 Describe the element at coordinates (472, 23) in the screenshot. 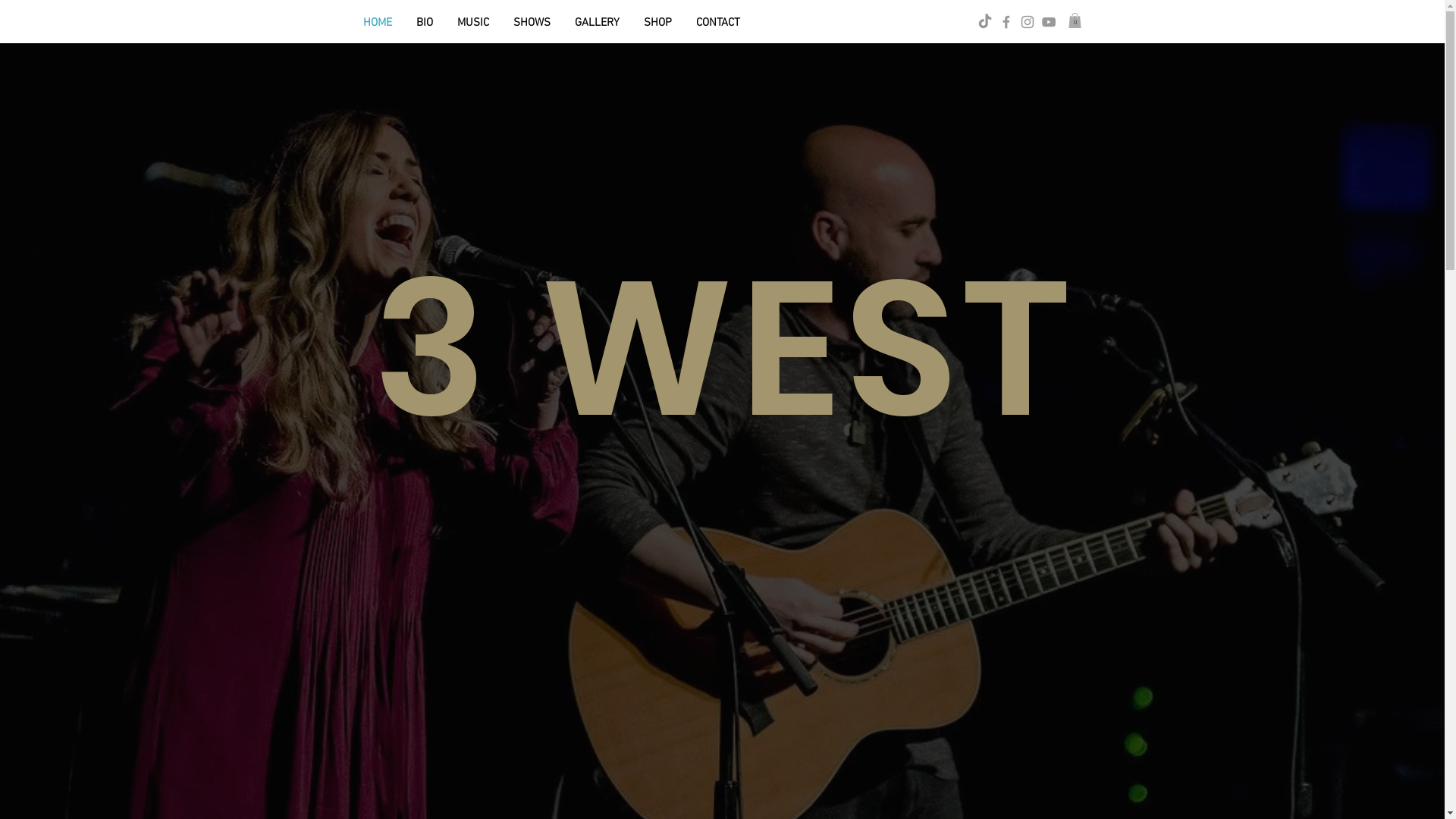

I see `'MUSIC'` at that location.